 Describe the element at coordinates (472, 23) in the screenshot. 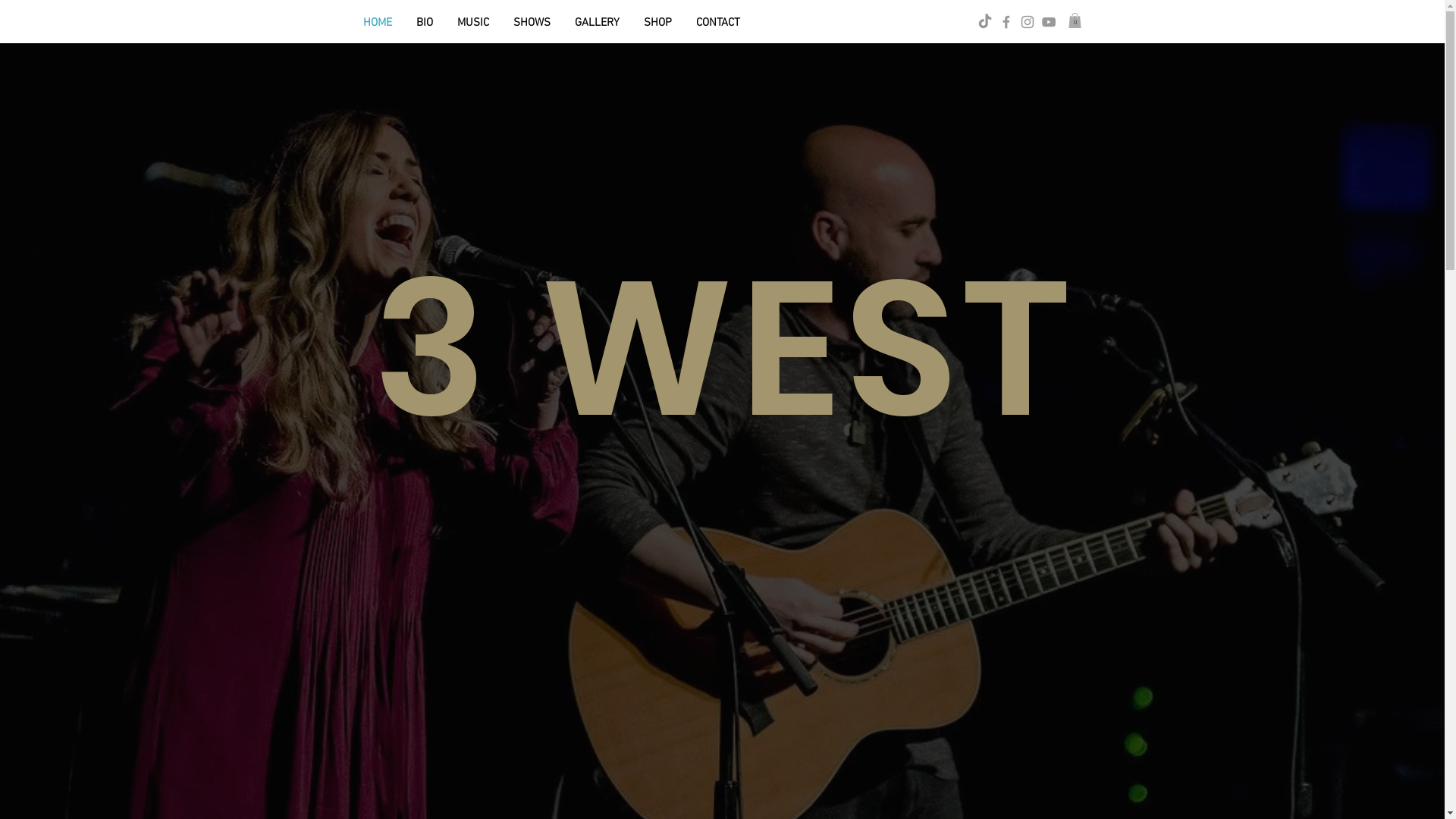

I see `'MUSIC'` at that location.